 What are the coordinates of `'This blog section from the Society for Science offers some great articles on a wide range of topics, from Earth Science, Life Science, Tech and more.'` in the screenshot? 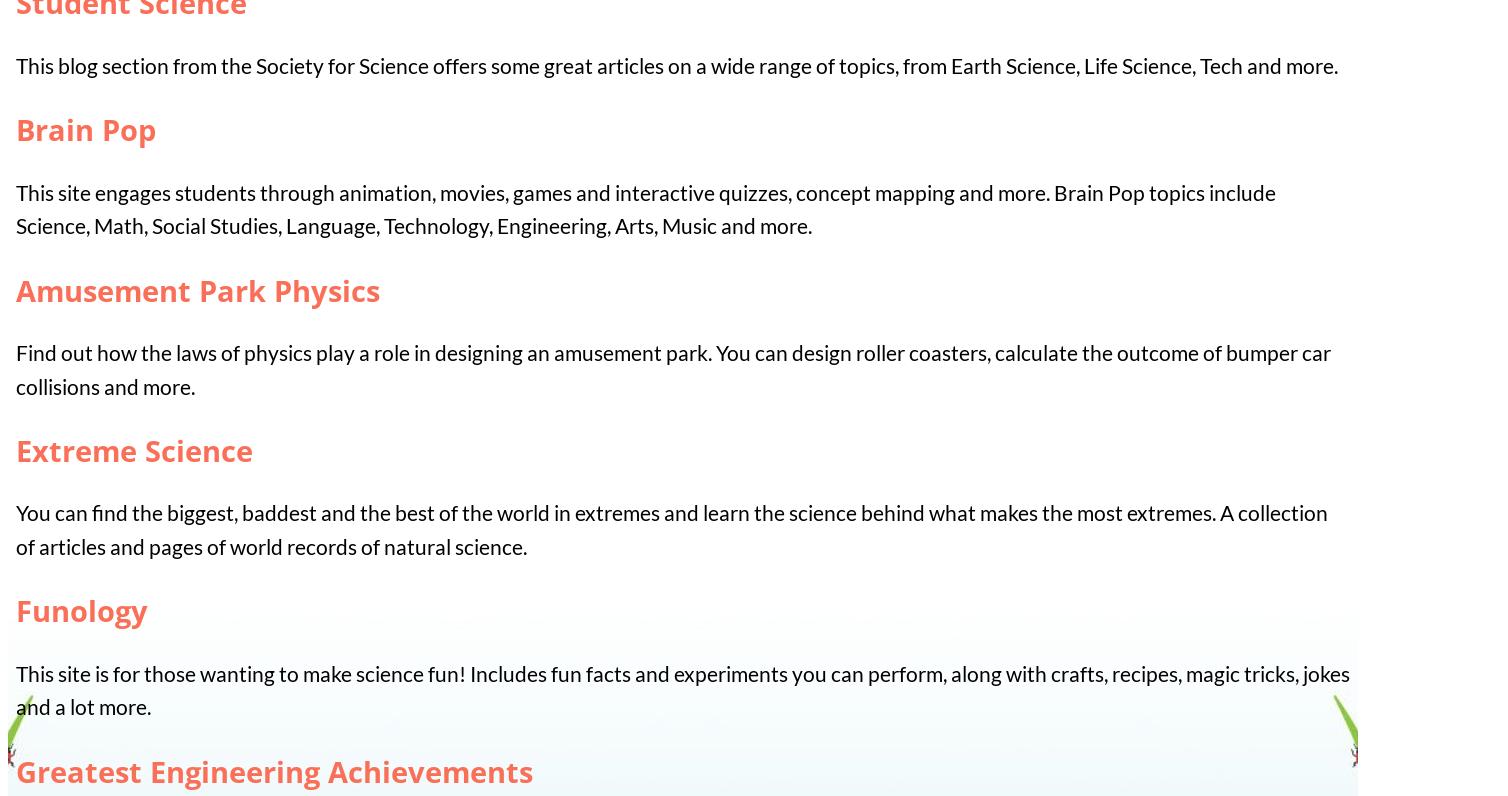 It's located at (675, 64).